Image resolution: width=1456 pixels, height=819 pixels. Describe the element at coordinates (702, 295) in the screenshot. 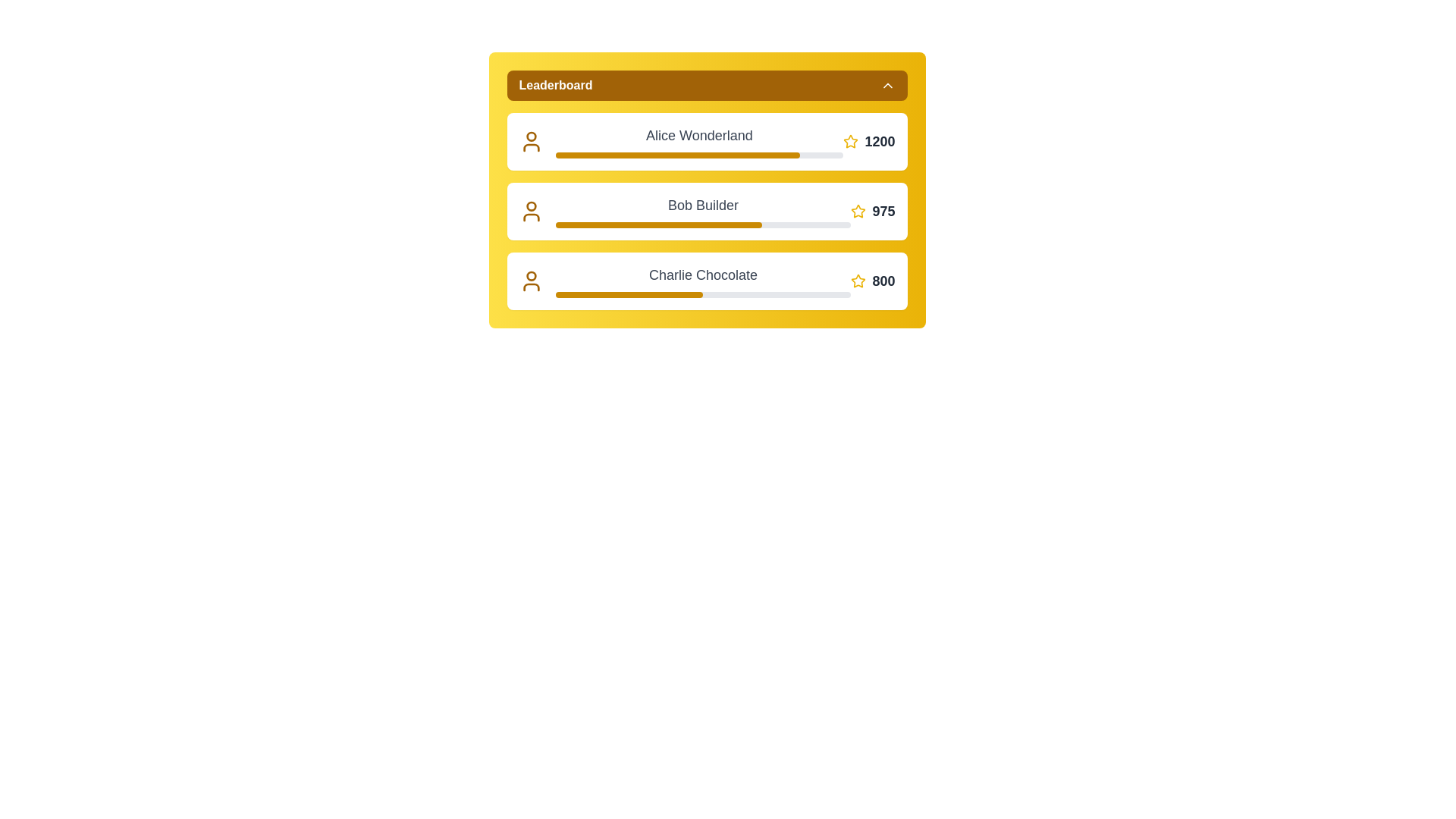

I see `the progress level visually represented by the horizontal yellow progress bar located beneath the 'Charlie Chocolate' label in the scorecard of the leaderboard widget` at that location.